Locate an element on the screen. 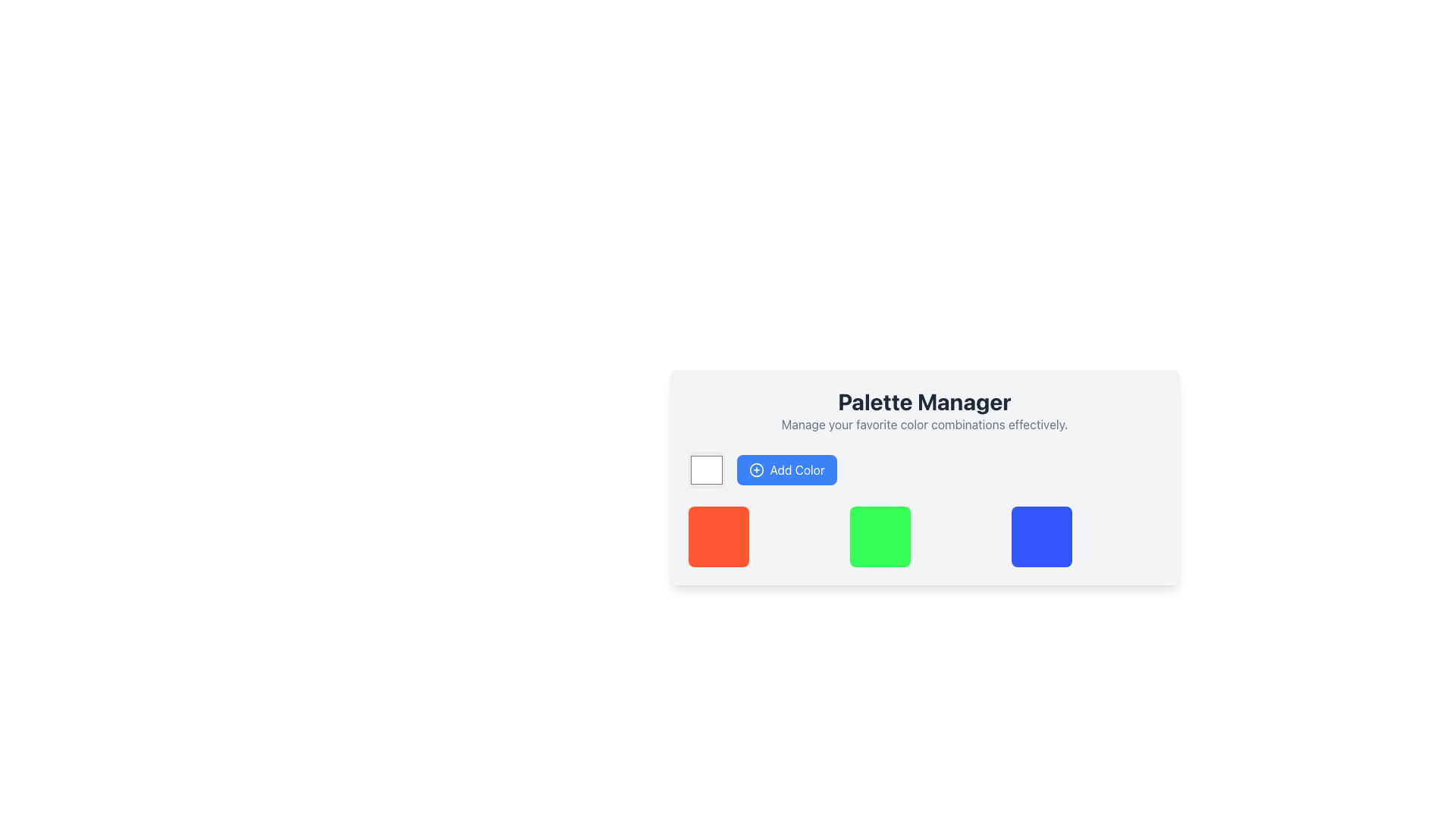 The image size is (1456, 819). the circular shape of the blue 'Add Color' button, which is part of a glyph that includes a plus sign and is positioned in the top-left area of the button is located at coordinates (756, 469).